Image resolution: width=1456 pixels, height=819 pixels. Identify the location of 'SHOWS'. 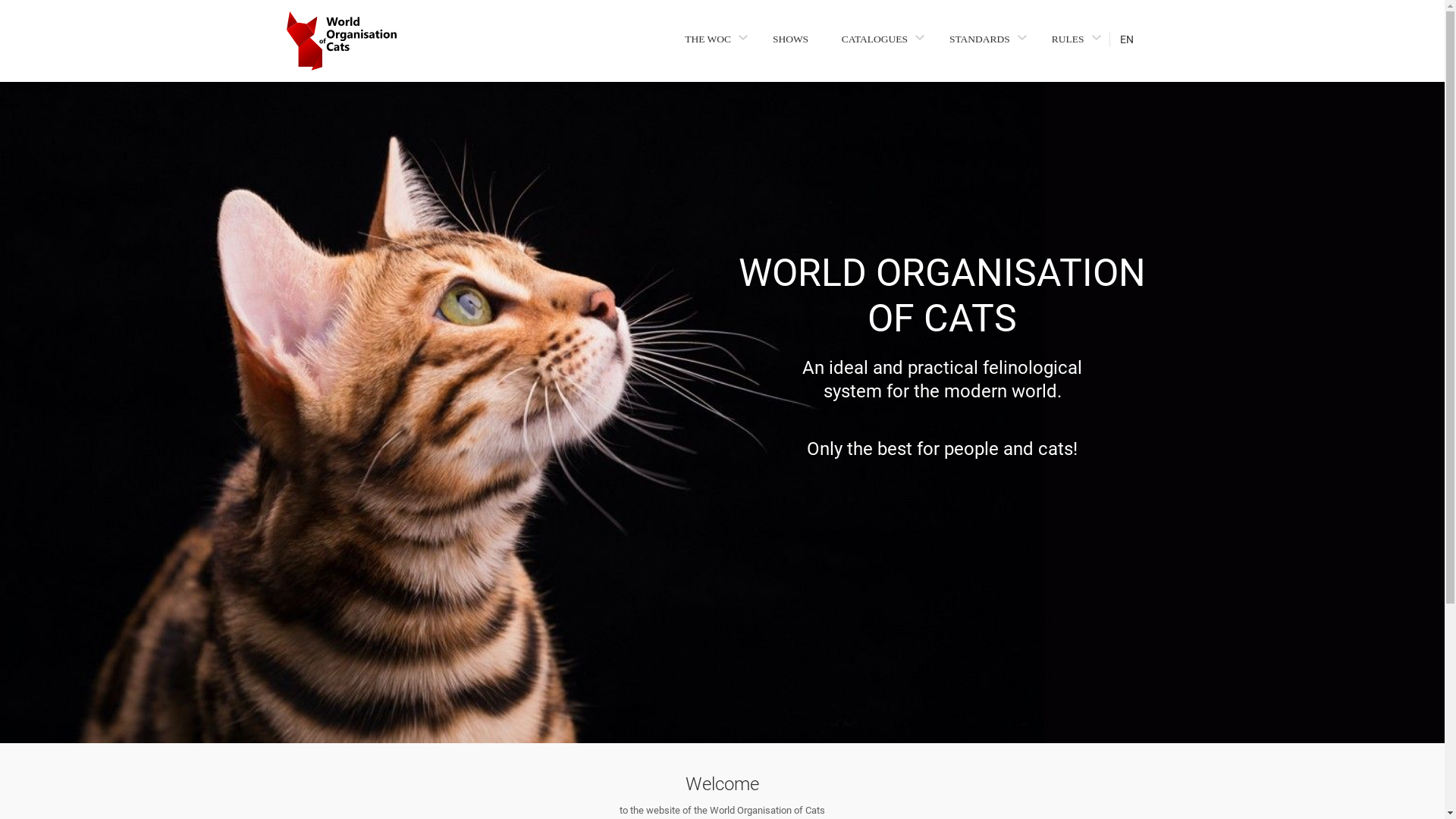
(789, 38).